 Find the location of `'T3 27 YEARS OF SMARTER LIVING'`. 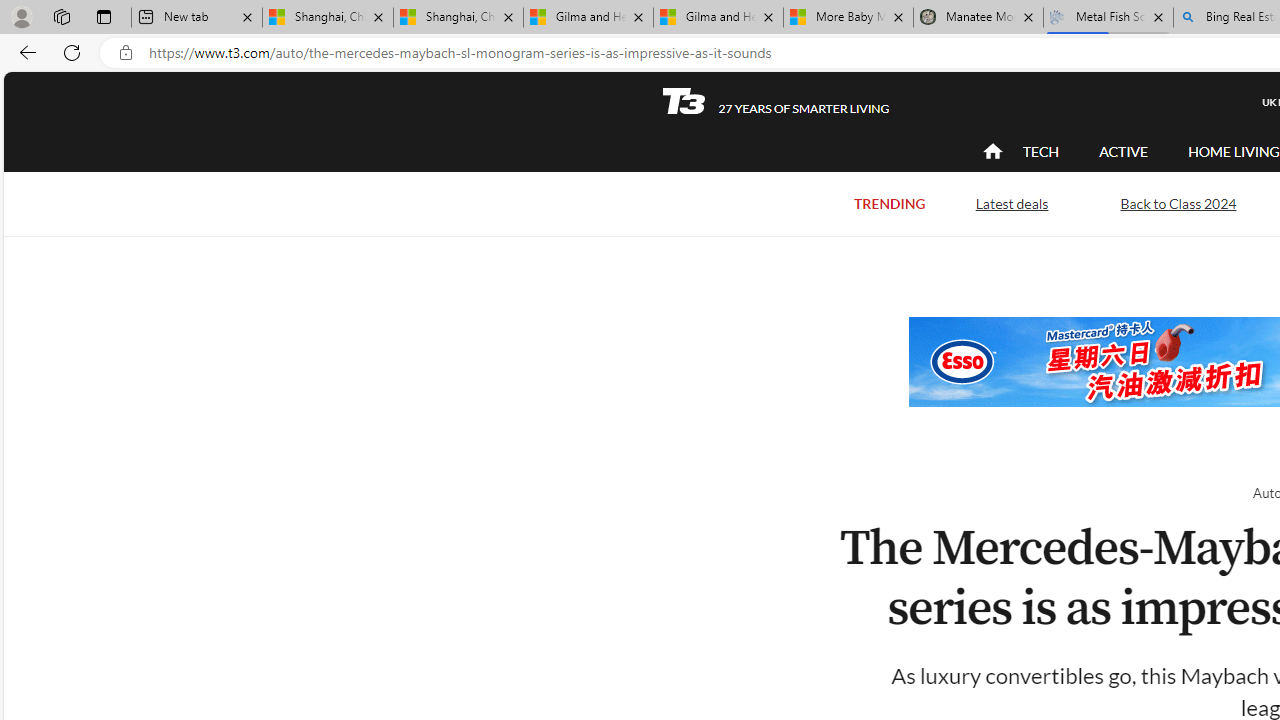

'T3 27 YEARS OF SMARTER LIVING' is located at coordinates (774, 101).